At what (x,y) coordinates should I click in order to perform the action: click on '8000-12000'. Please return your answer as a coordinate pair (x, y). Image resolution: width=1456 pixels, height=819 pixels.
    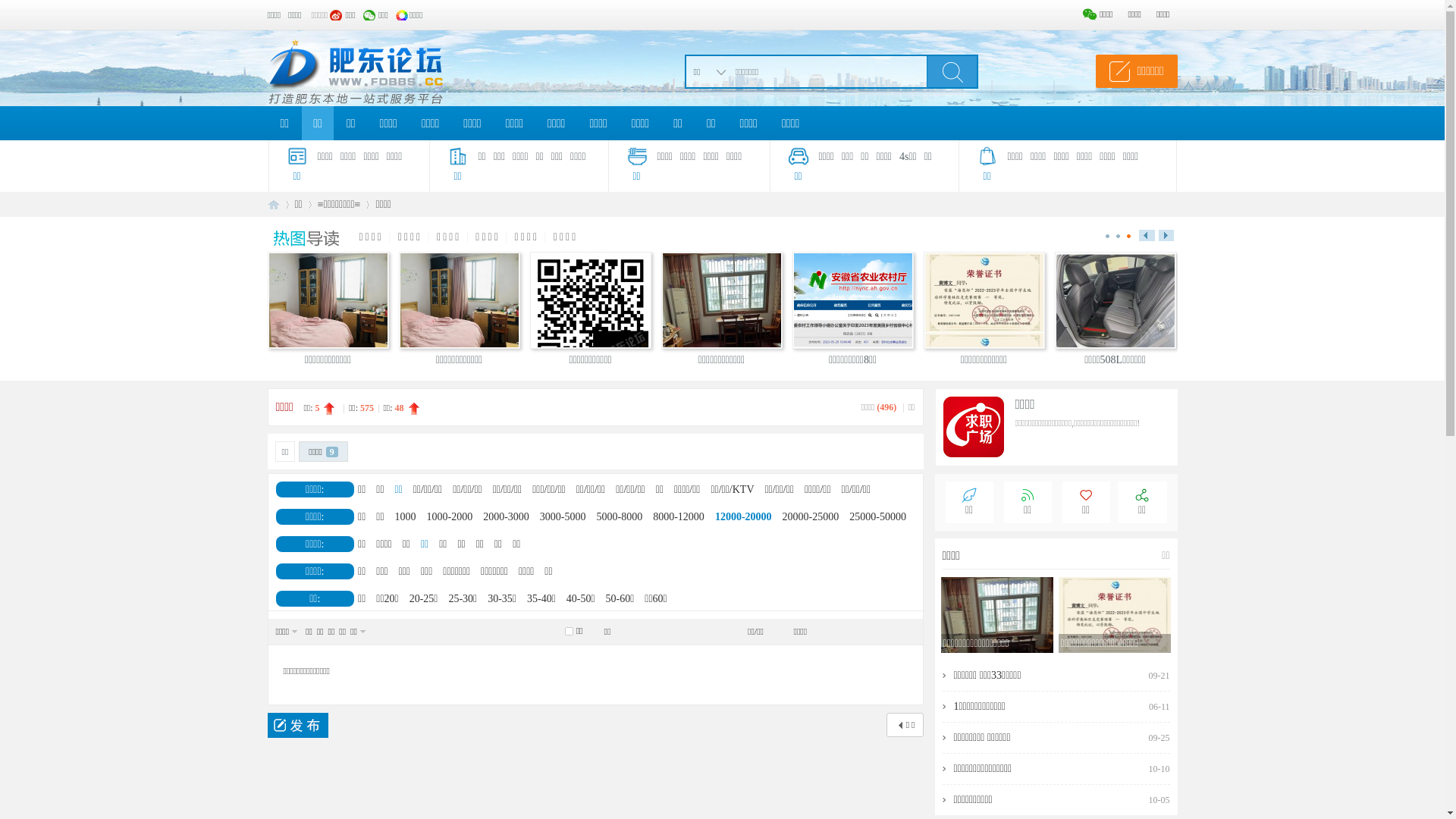
    Looking at the image, I should click on (677, 516).